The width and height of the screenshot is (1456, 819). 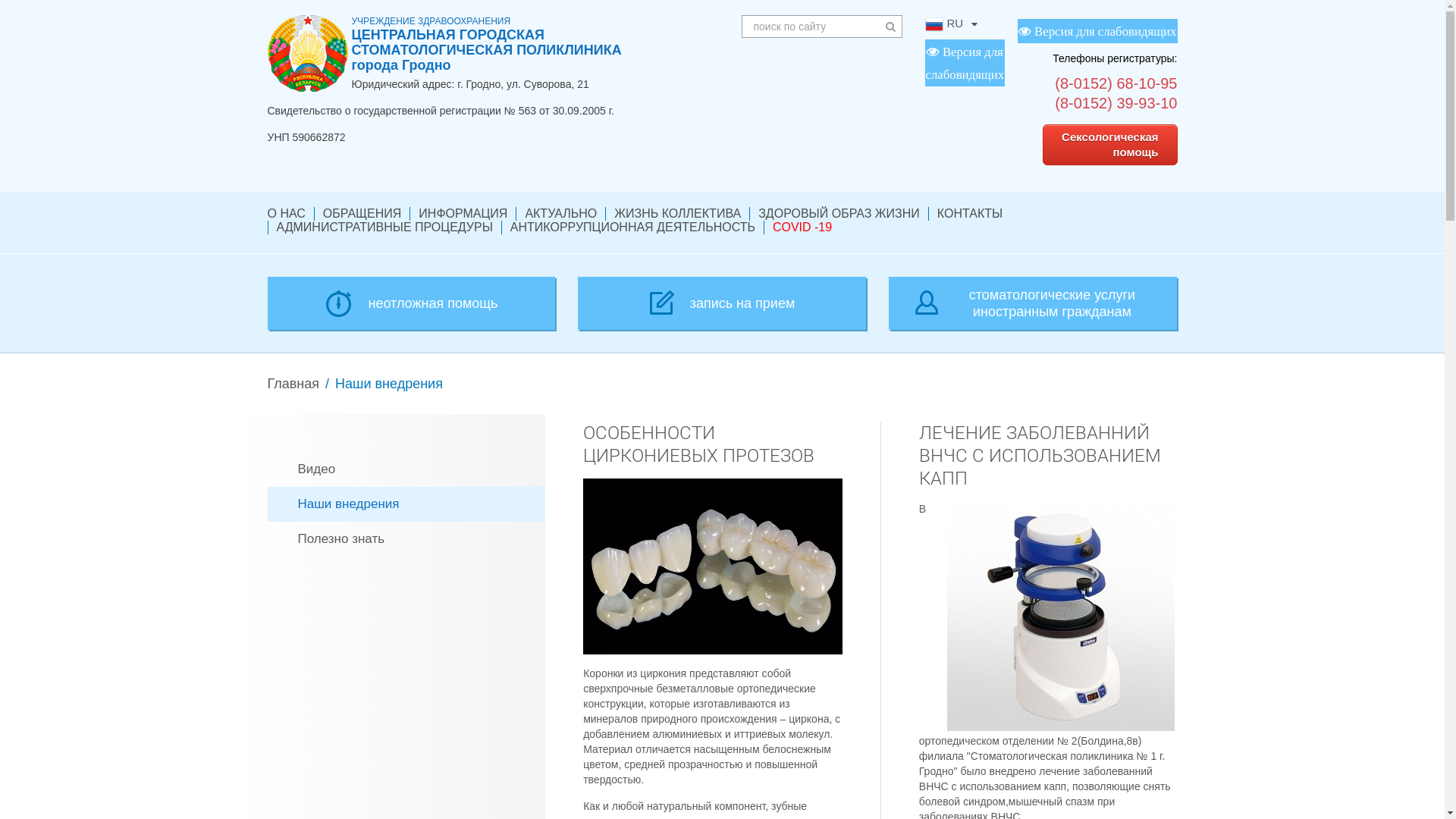 I want to click on 'COVID -19', so click(x=801, y=227).